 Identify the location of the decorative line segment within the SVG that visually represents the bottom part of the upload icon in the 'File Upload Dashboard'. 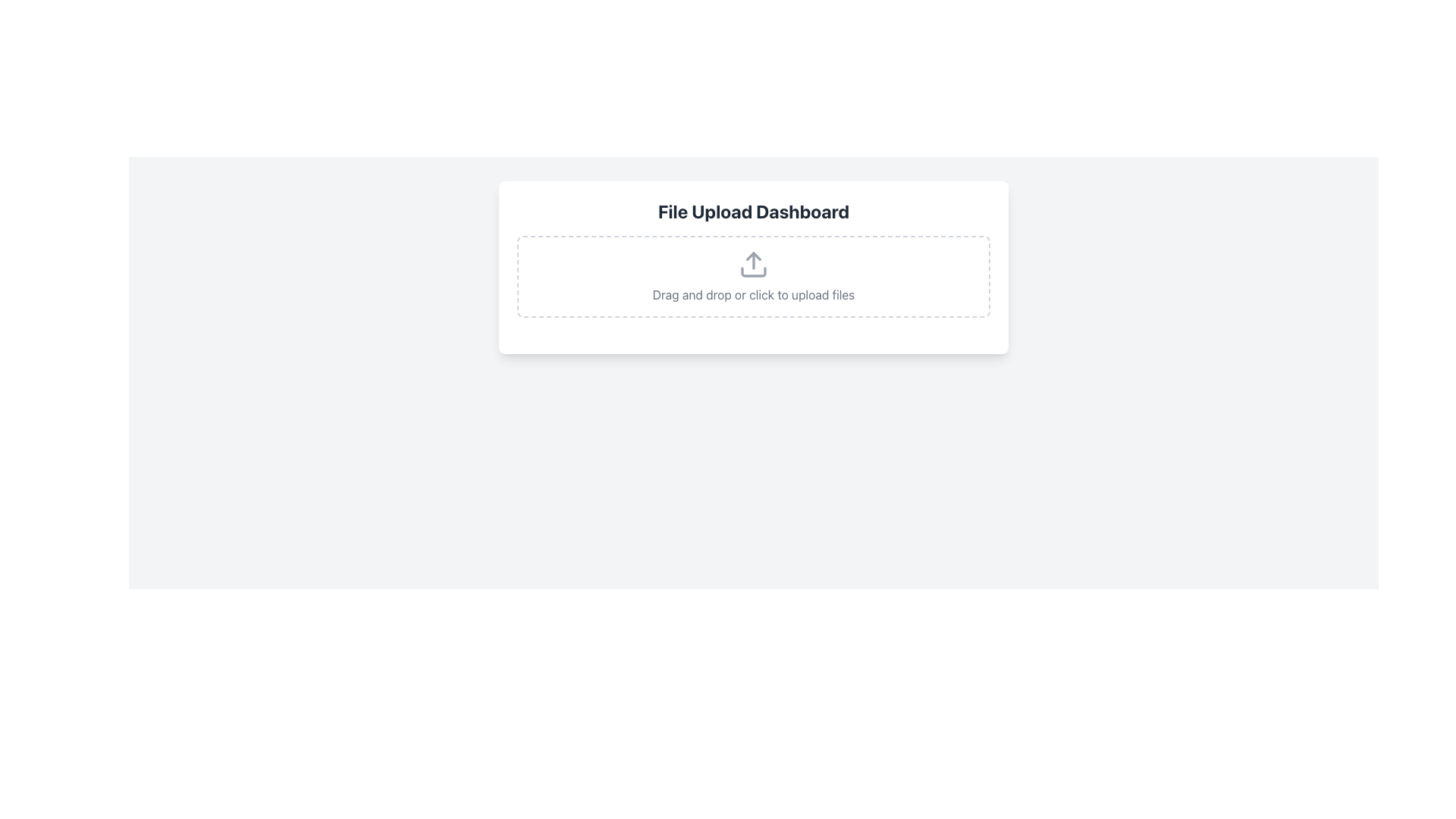
(753, 271).